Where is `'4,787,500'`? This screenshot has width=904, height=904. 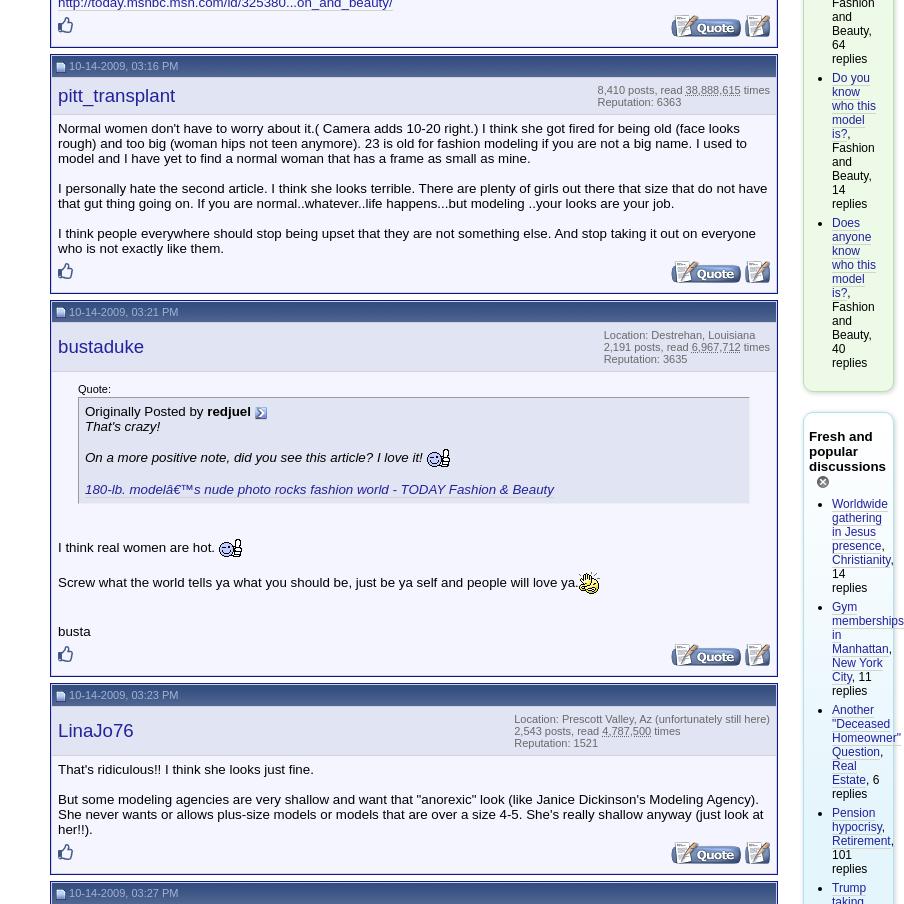 '4,787,500' is located at coordinates (626, 728).